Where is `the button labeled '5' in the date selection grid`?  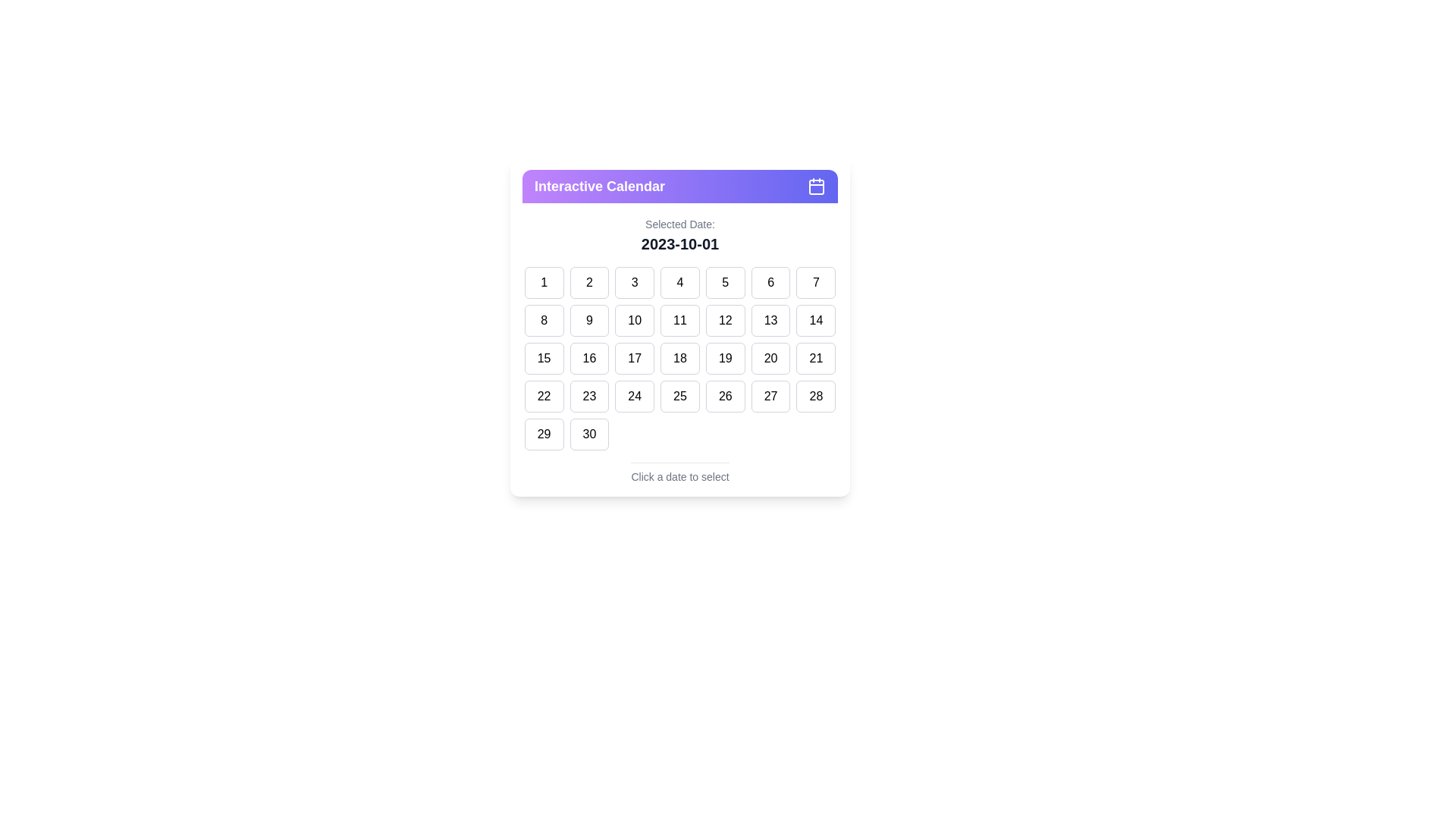
the button labeled '5' in the date selection grid is located at coordinates (724, 283).